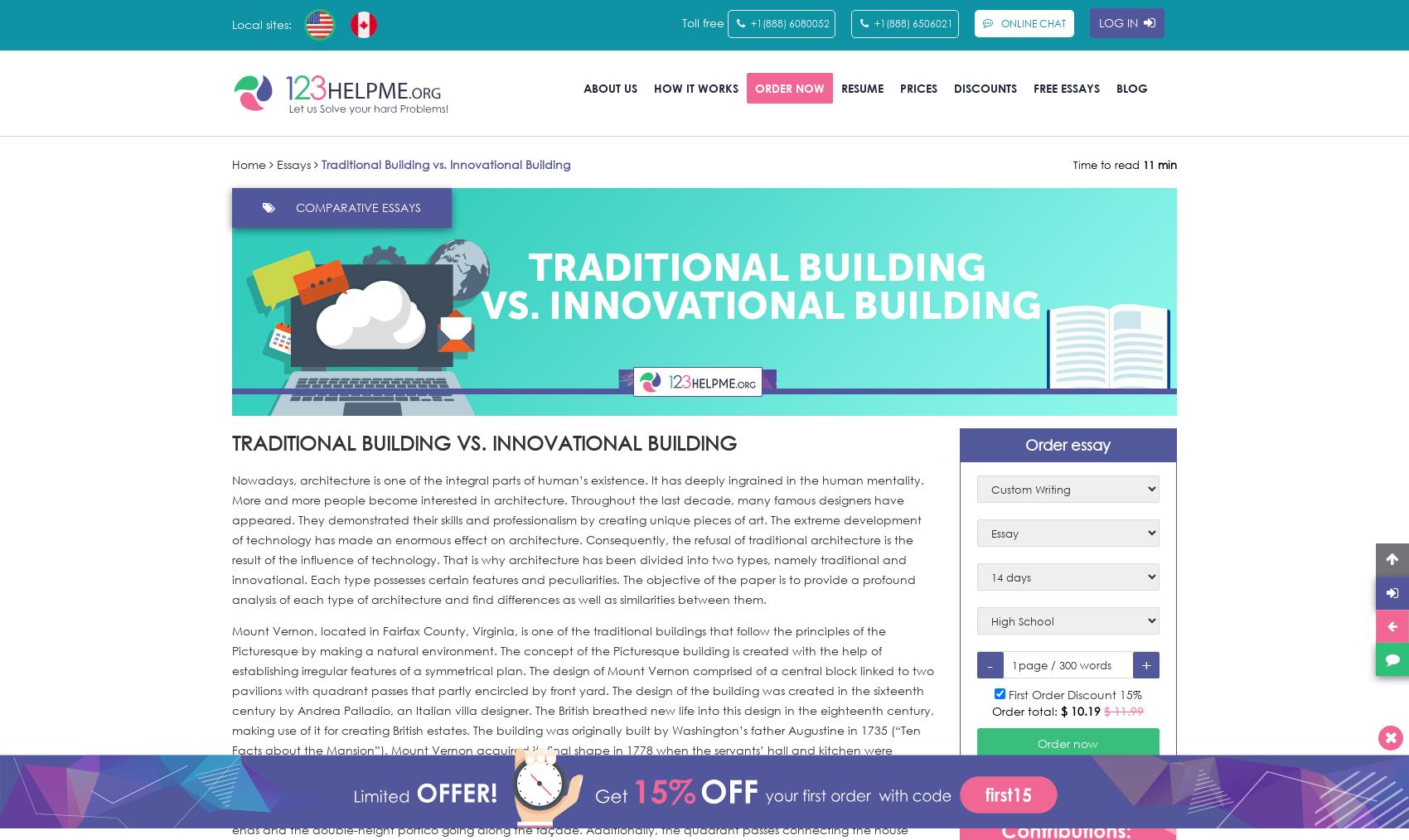 This screenshot has width=1409, height=840. What do you see at coordinates (1143, 164) in the screenshot?
I see `'11 min'` at bounding box center [1143, 164].